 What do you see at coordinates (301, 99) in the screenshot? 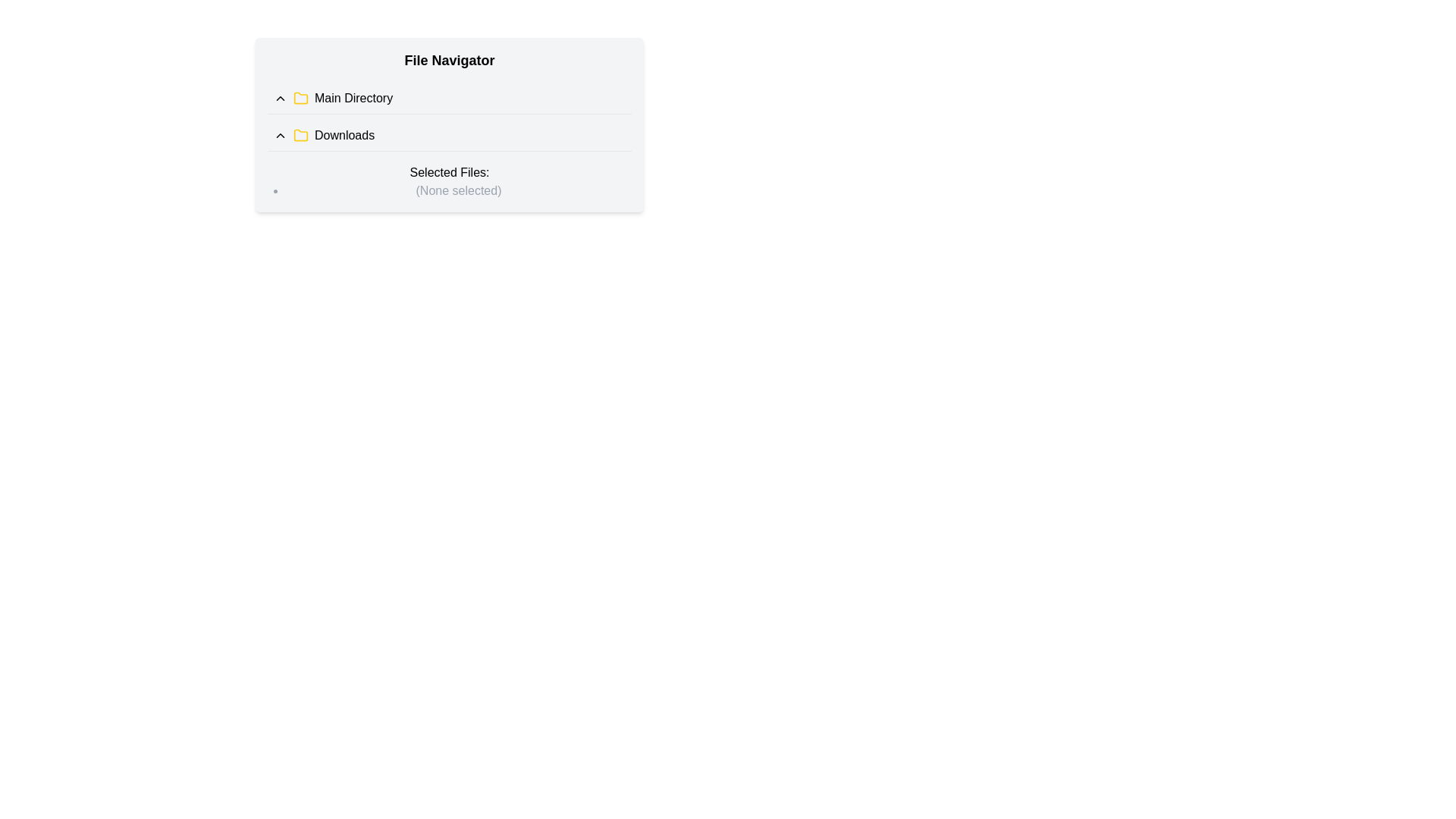
I see `the folder-shaped icon with a yellow outline located to the left of the 'Main Directory' text in the 'File Navigator' section` at bounding box center [301, 99].